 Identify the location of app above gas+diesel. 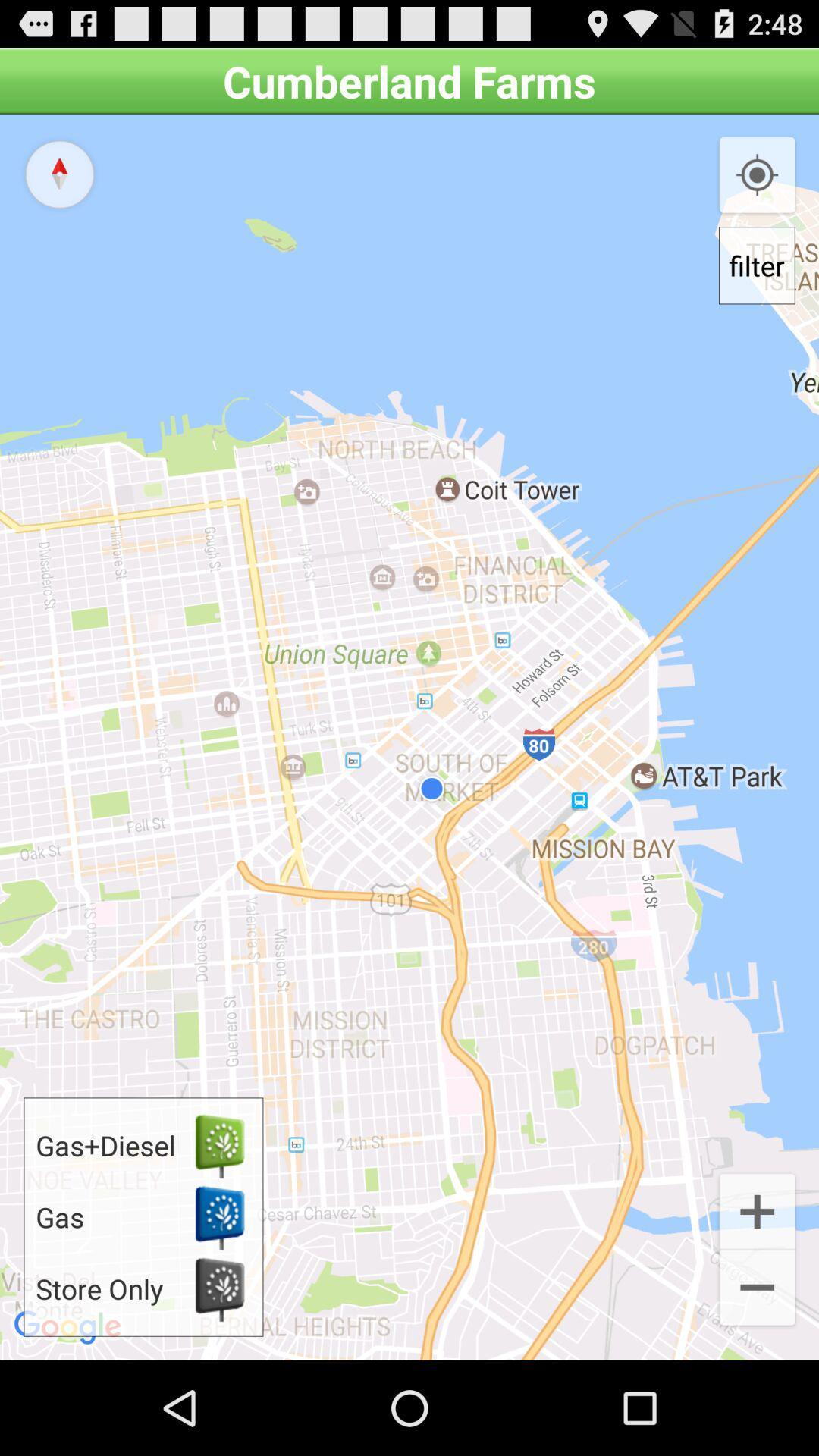
(58, 174).